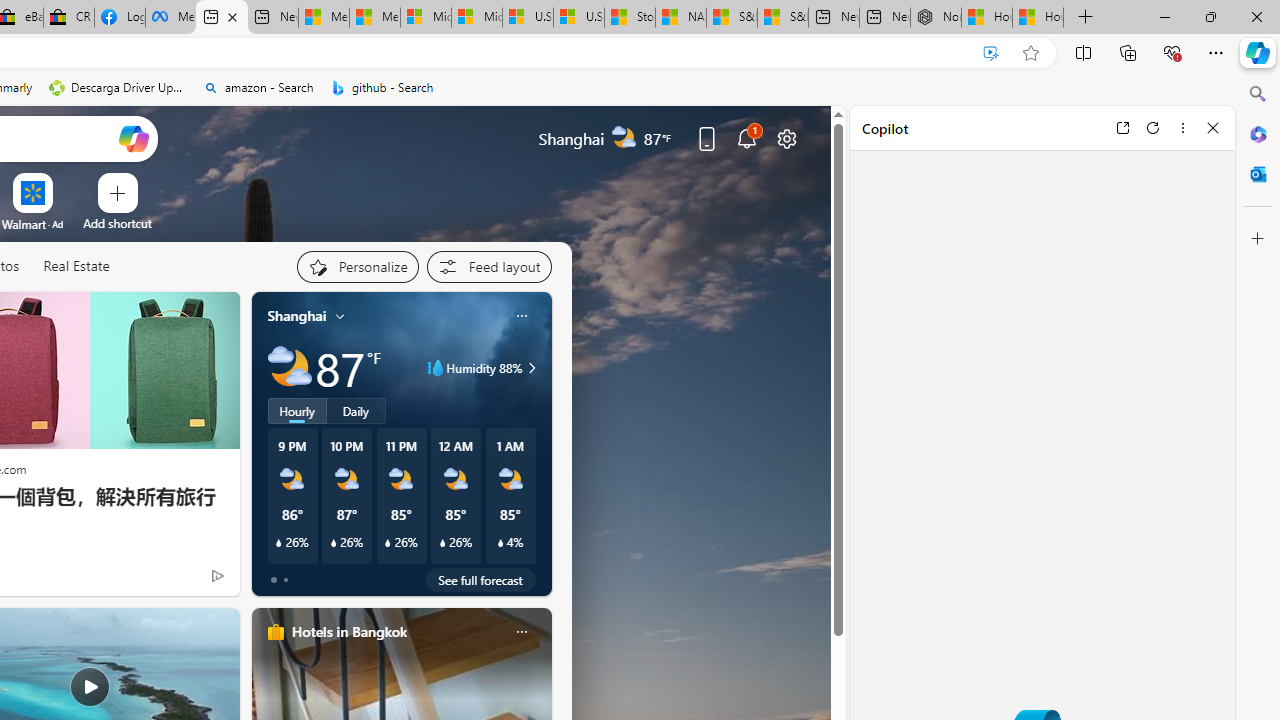  Describe the element at coordinates (781, 17) in the screenshot. I see `'S&P 500, Nasdaq end lower, weighed by Nvidia dip | Watch'` at that location.